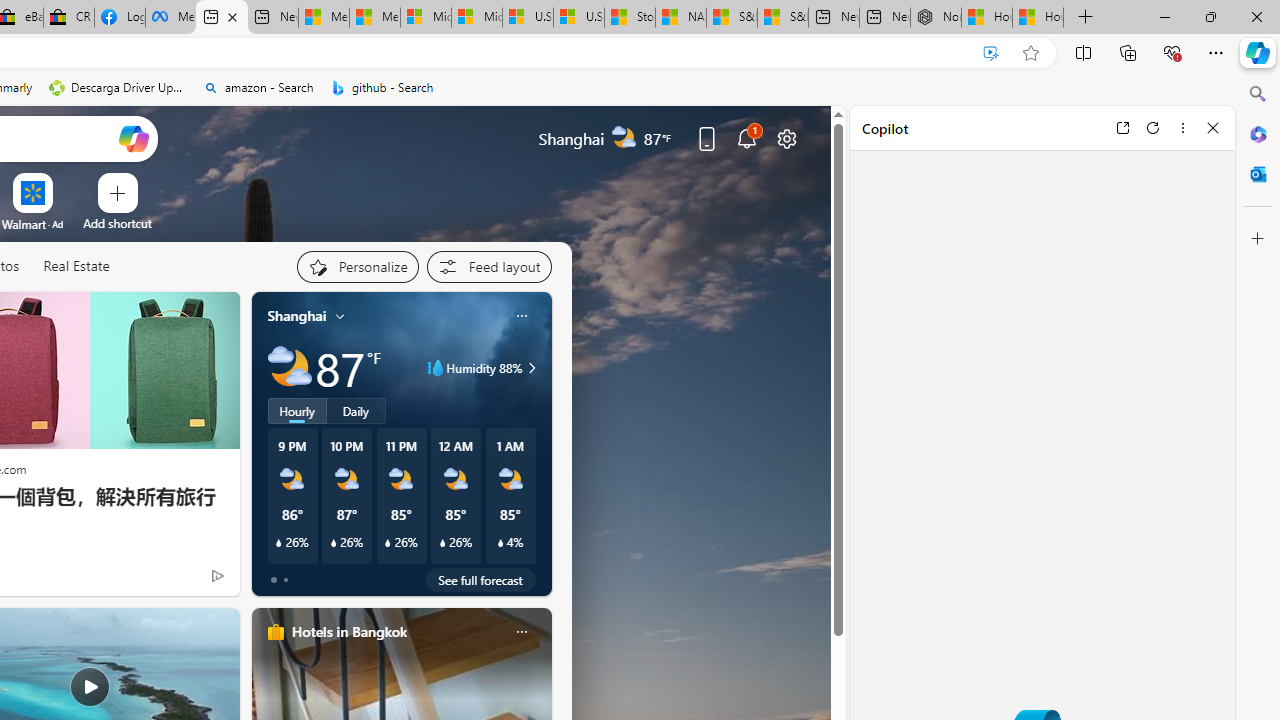  Describe the element at coordinates (781, 17) in the screenshot. I see `'S&P 500, Nasdaq end lower, weighed by Nvidia dip | Watch'` at that location.